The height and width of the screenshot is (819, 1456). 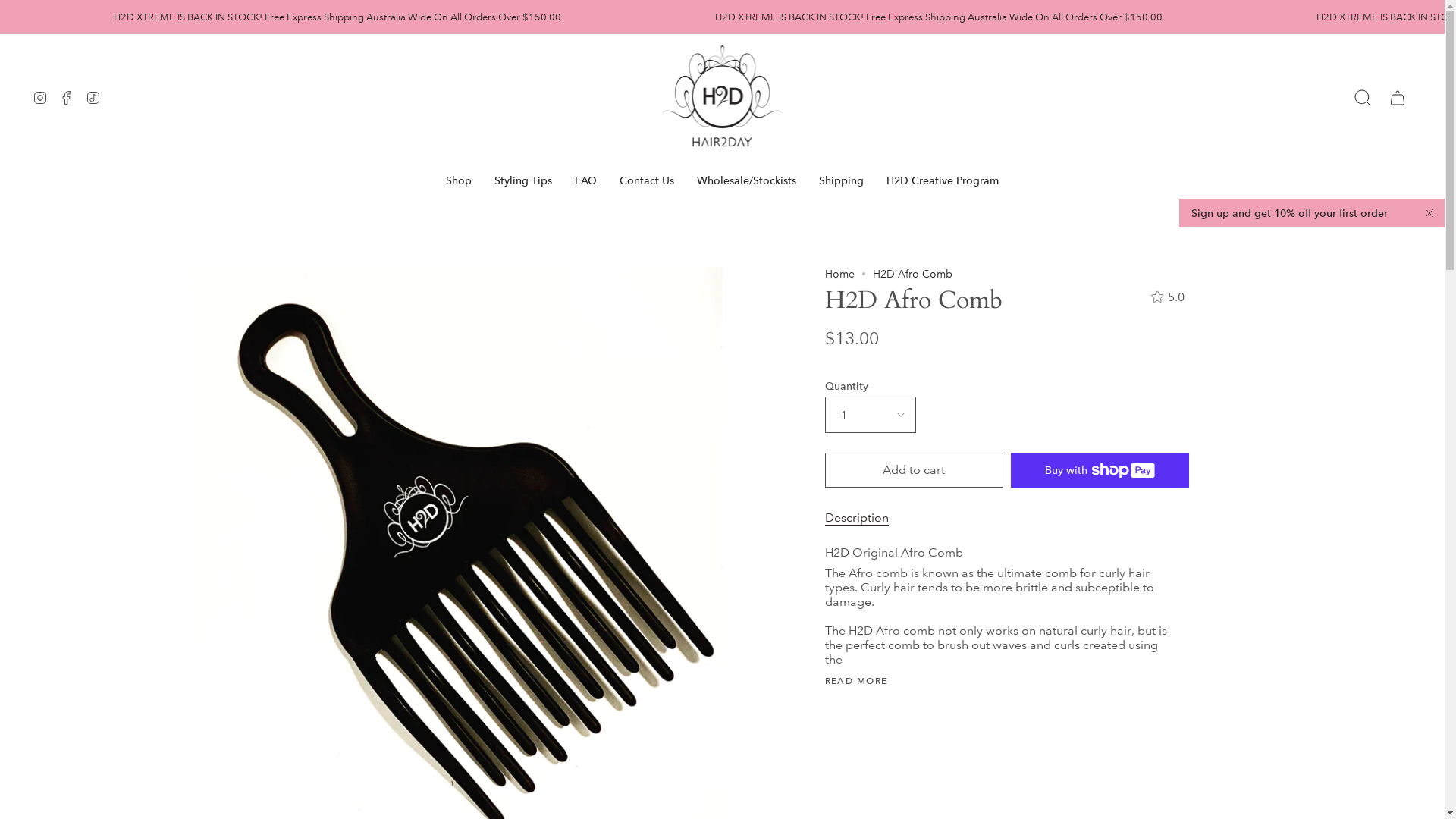 What do you see at coordinates (824, 274) in the screenshot?
I see `'Home'` at bounding box center [824, 274].